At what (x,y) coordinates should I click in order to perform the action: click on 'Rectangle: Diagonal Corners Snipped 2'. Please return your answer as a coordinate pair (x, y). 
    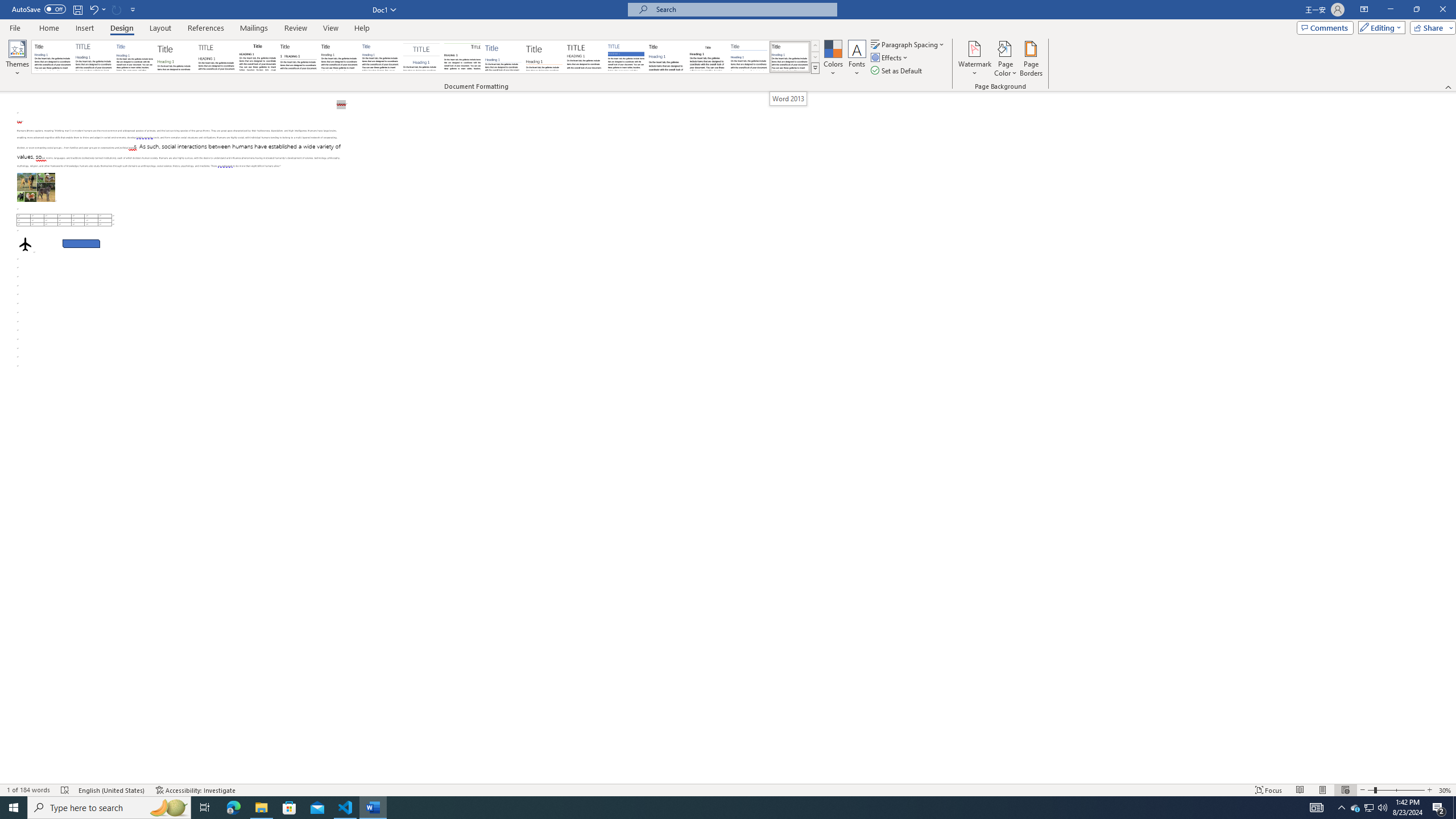
    Looking at the image, I should click on (81, 243).